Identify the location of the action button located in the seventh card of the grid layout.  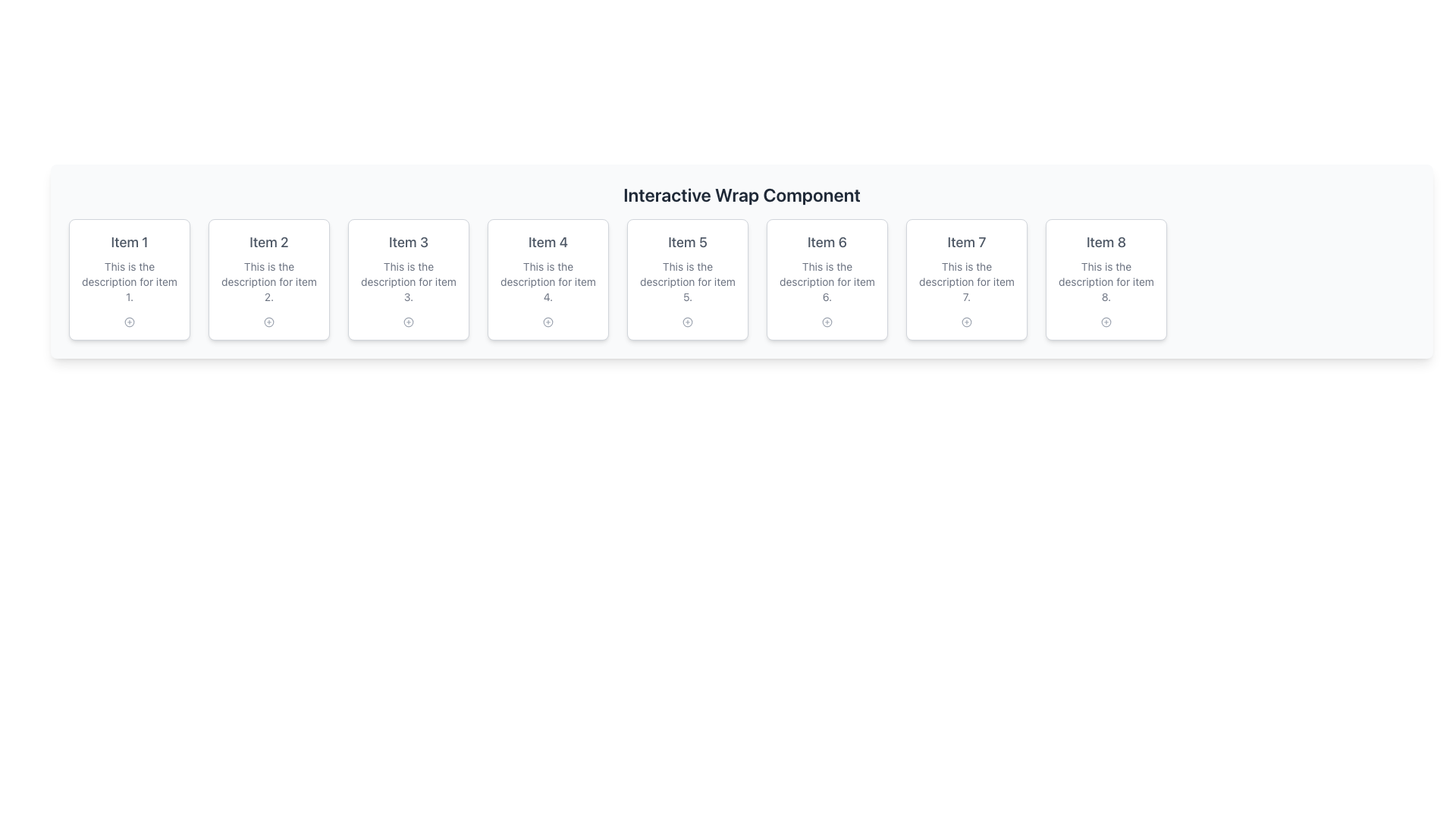
(966, 321).